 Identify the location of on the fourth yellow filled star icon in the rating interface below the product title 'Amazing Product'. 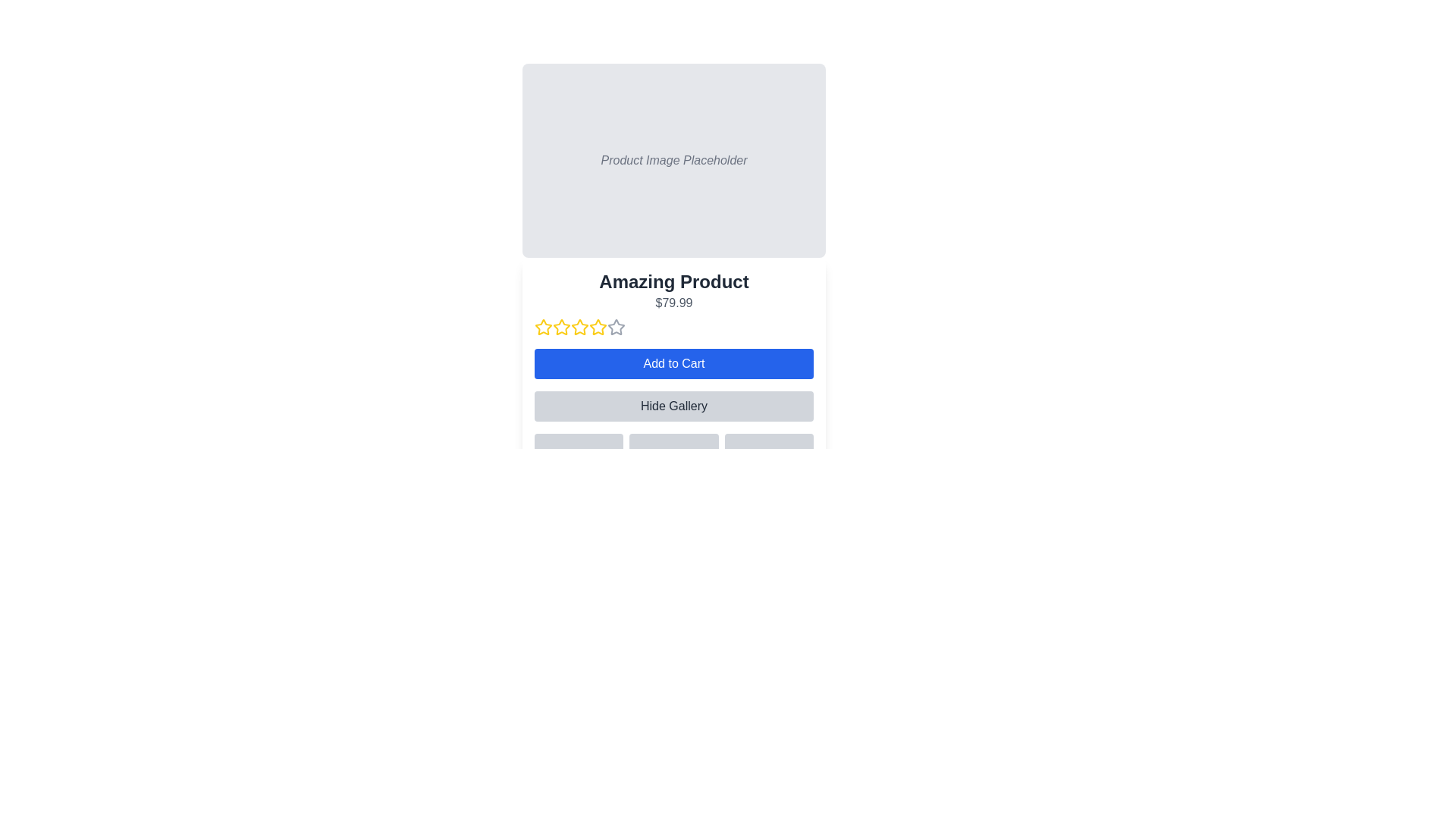
(597, 326).